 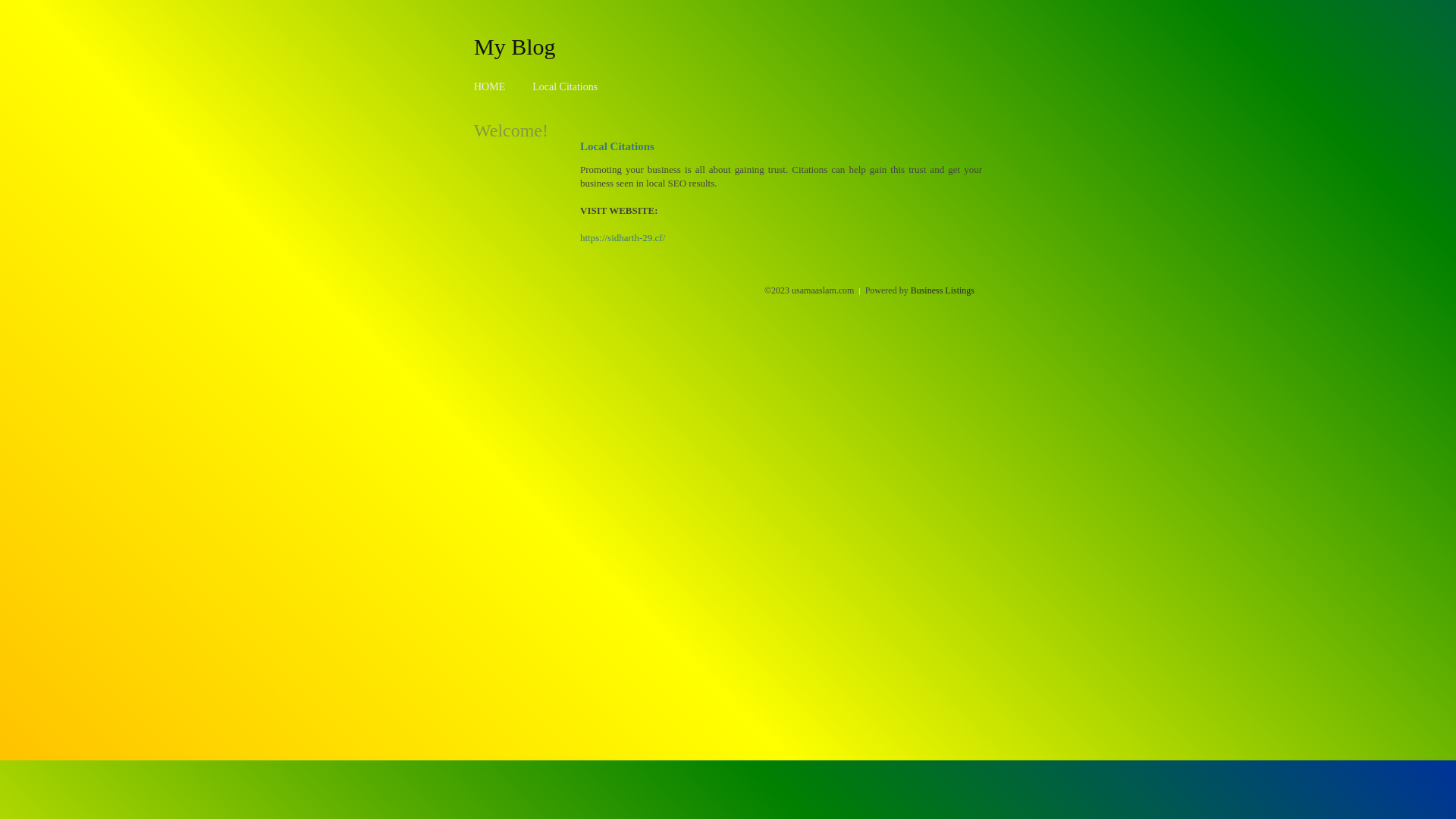 What do you see at coordinates (622, 237) in the screenshot?
I see `'https://sidharth-29.cf/'` at bounding box center [622, 237].